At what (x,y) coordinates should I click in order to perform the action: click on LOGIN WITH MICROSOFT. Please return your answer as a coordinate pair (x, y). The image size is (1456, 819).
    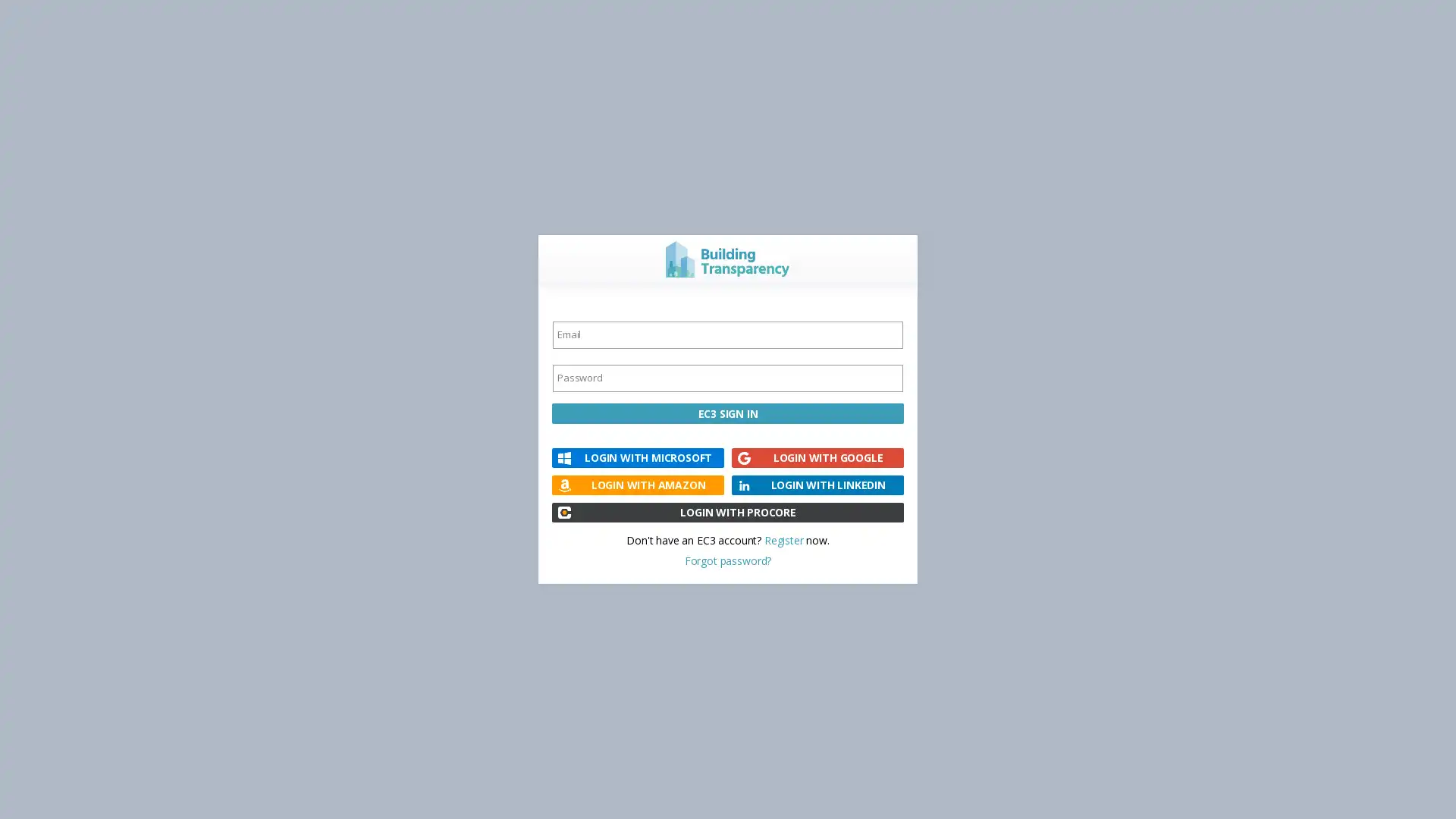
    Looking at the image, I should click on (638, 453).